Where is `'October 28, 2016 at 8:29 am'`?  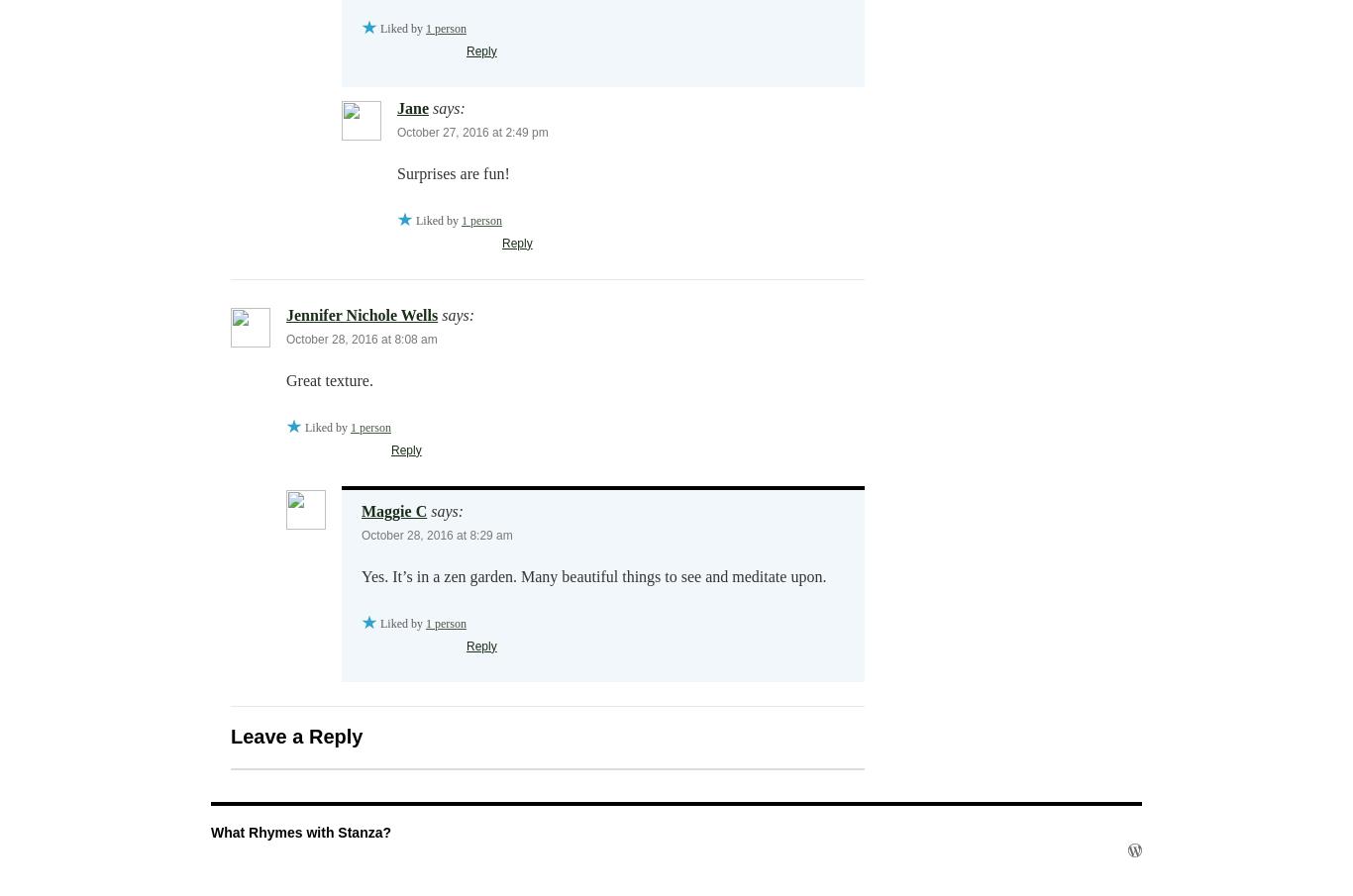
'October 28, 2016 at 8:29 am' is located at coordinates (435, 534).